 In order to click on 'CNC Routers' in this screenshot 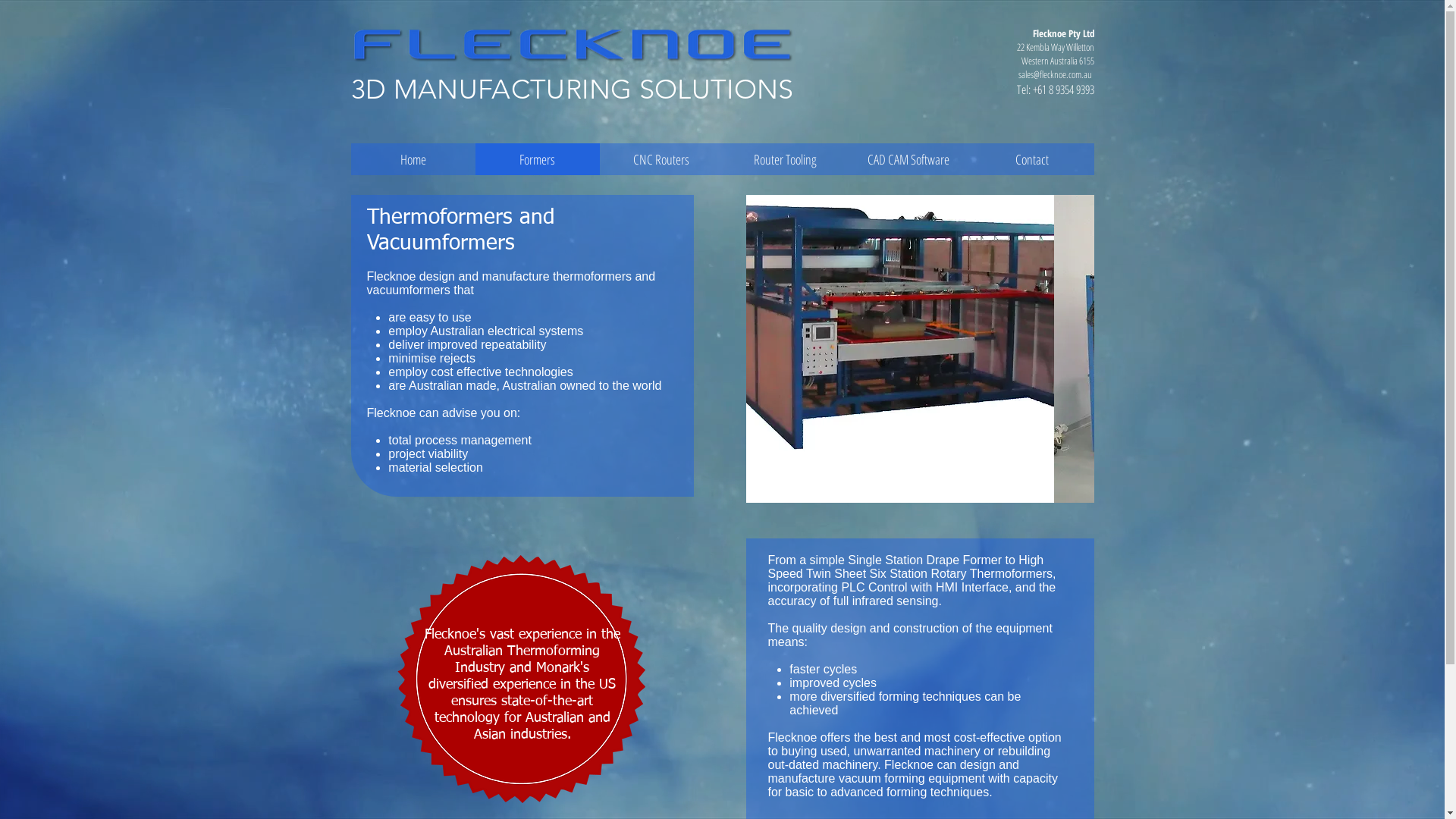, I will do `click(661, 158)`.